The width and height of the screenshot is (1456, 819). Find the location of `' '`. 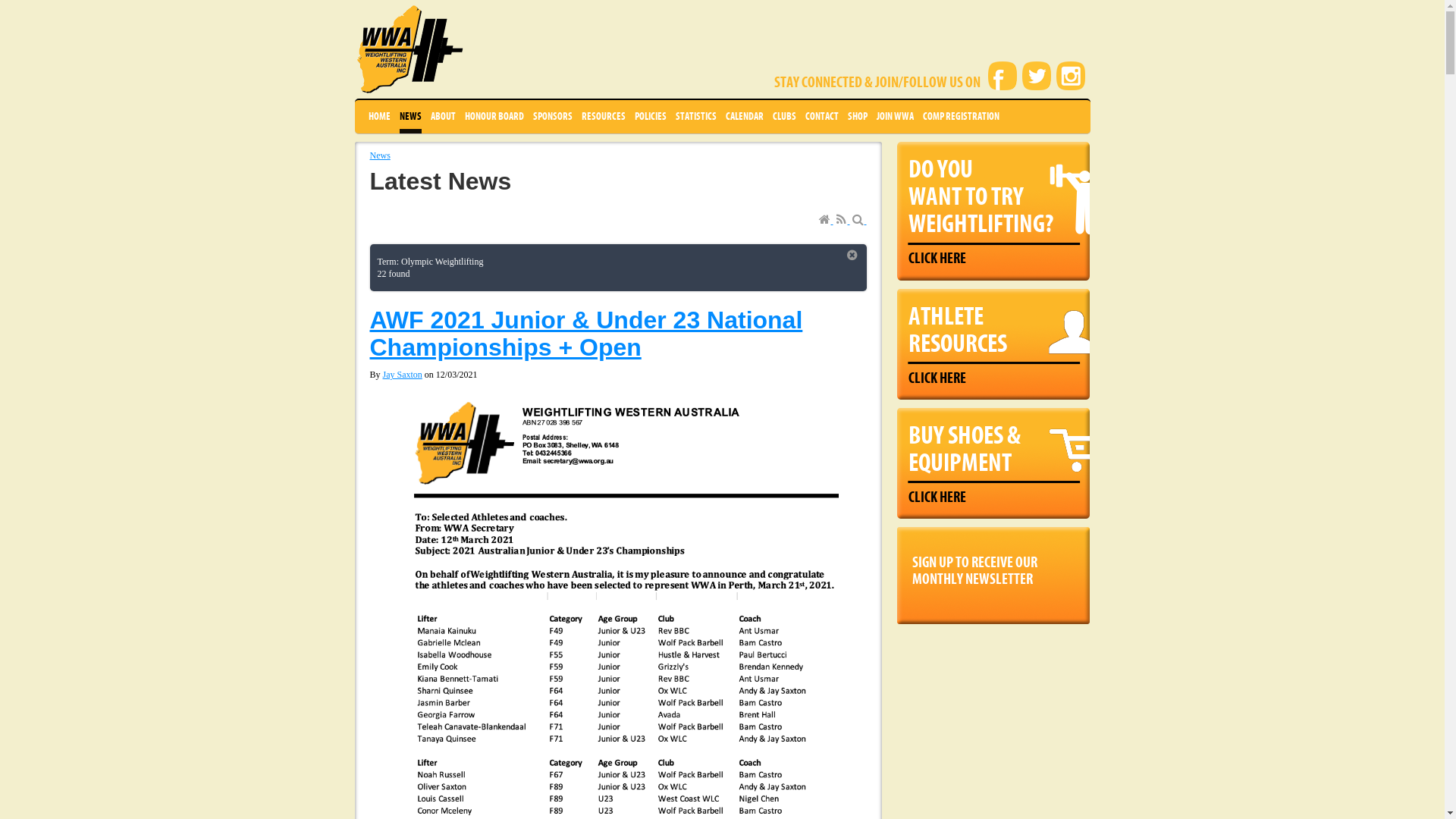

' ' is located at coordinates (825, 220).